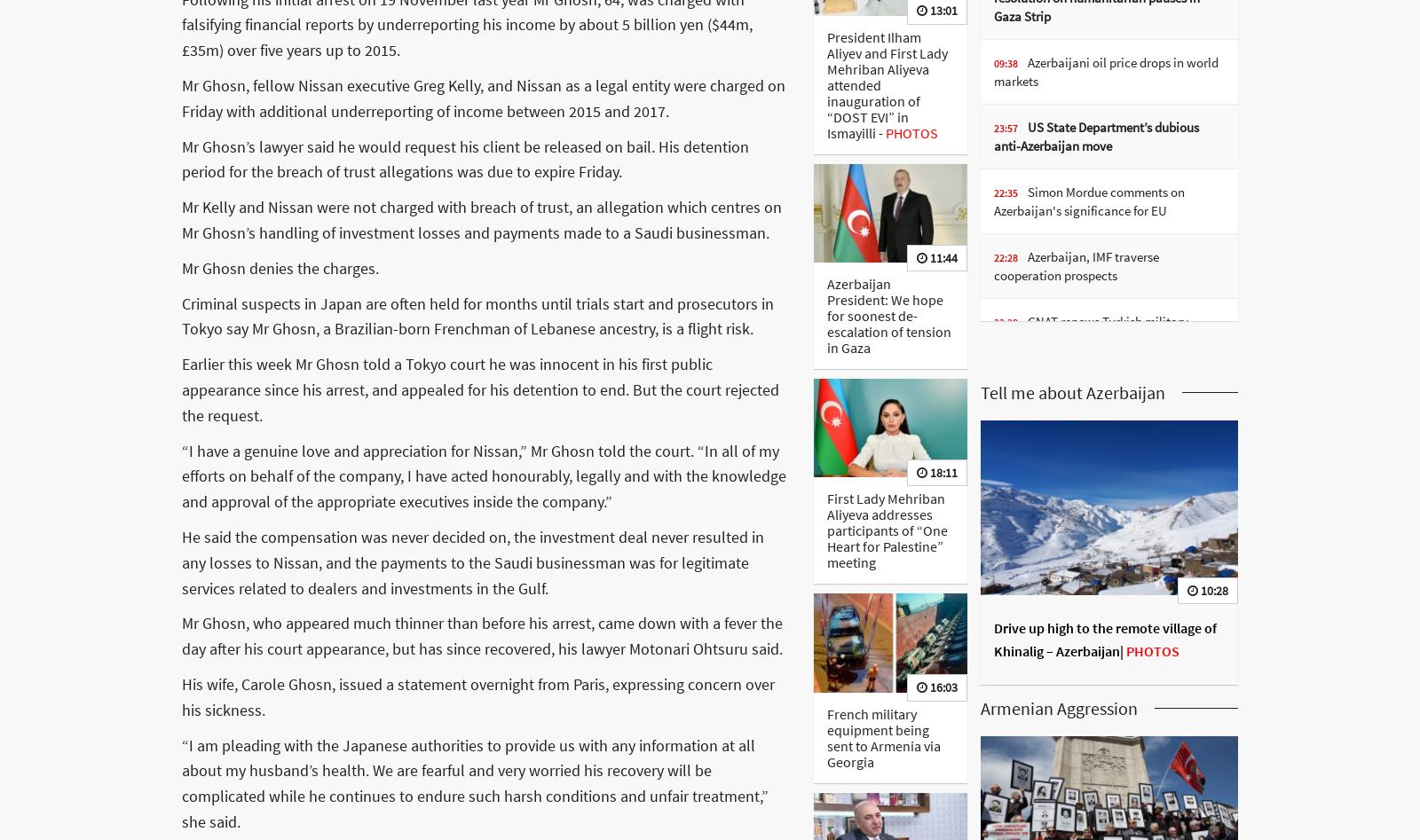 This screenshot has height=840, width=1420. I want to click on '18:11', so click(941, 471).